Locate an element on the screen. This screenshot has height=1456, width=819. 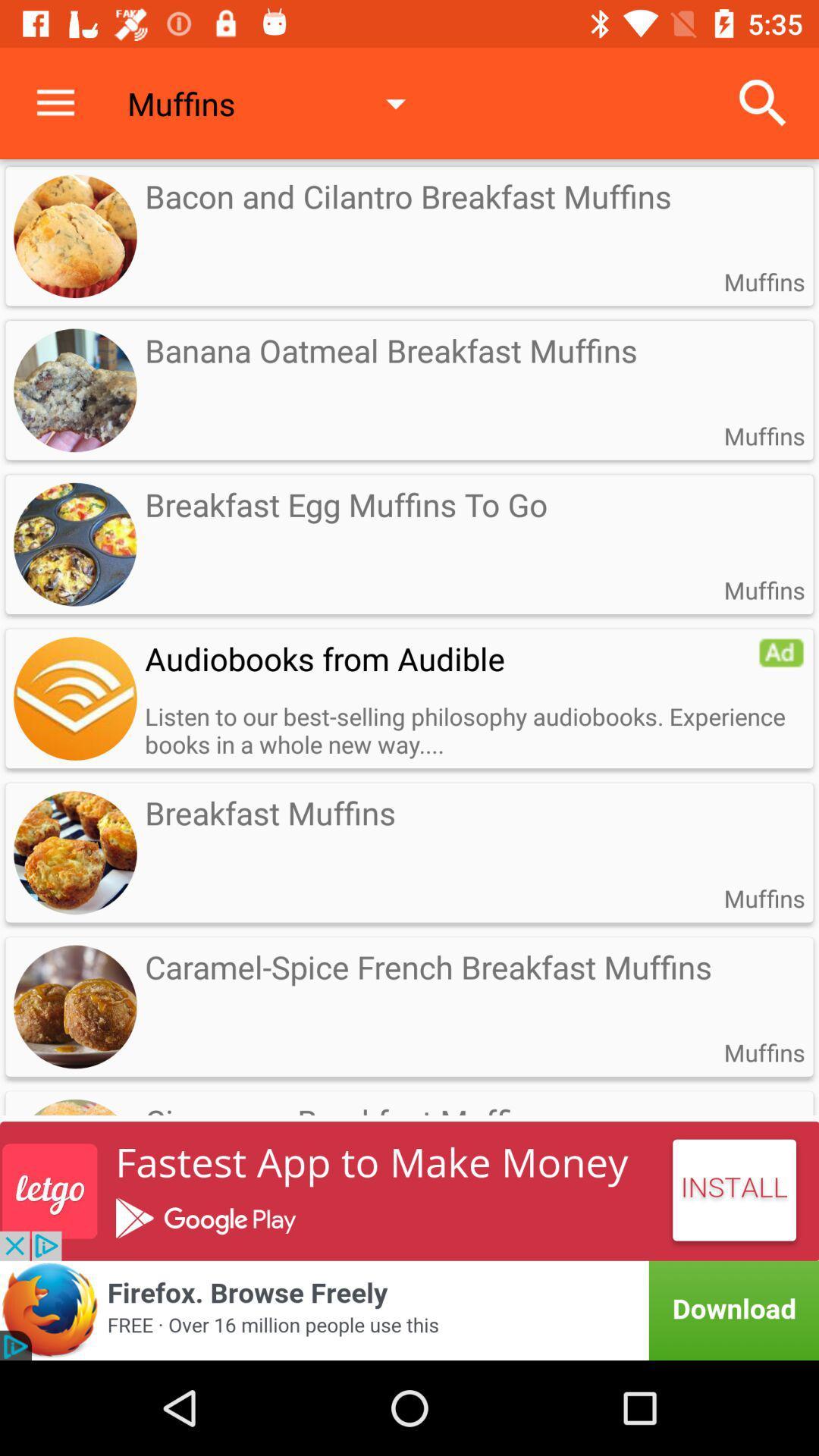
click audible advertisement is located at coordinates (781, 652).